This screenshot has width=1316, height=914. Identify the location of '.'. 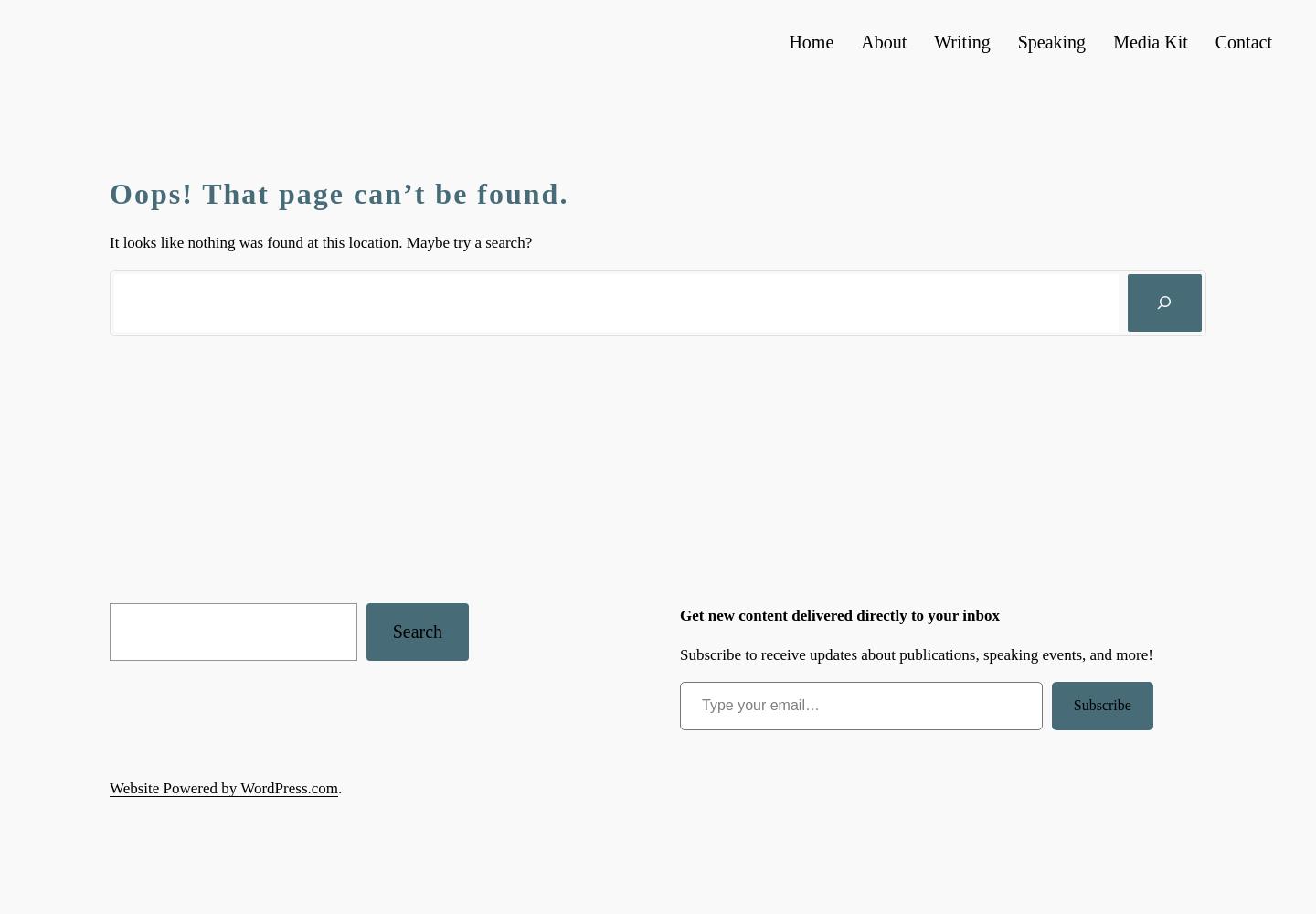
(338, 787).